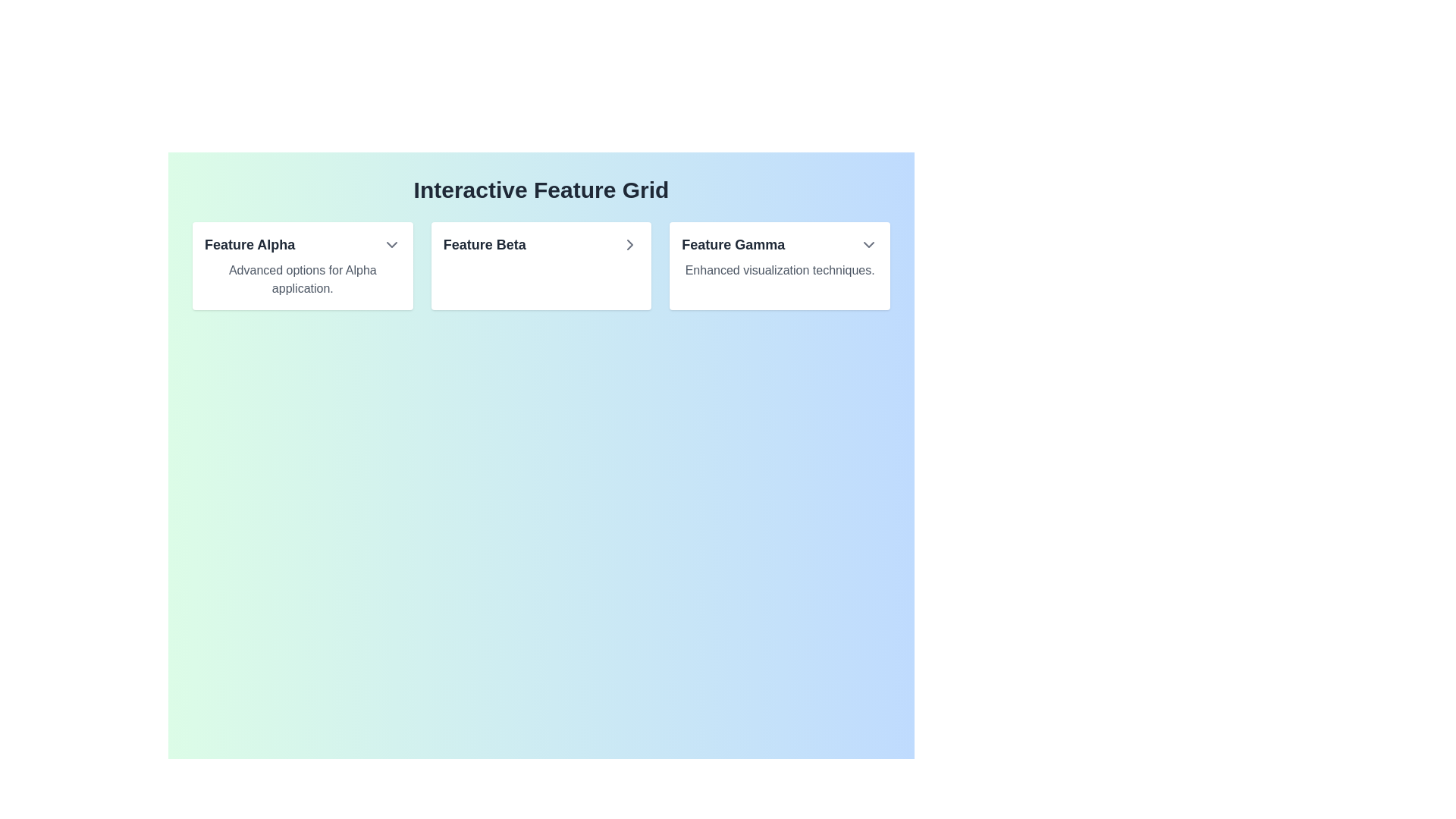  I want to click on the static Text label providing descriptive information about the 'Feature Gamma' feature located within the 'Feature Gamma' panel, so click(780, 270).